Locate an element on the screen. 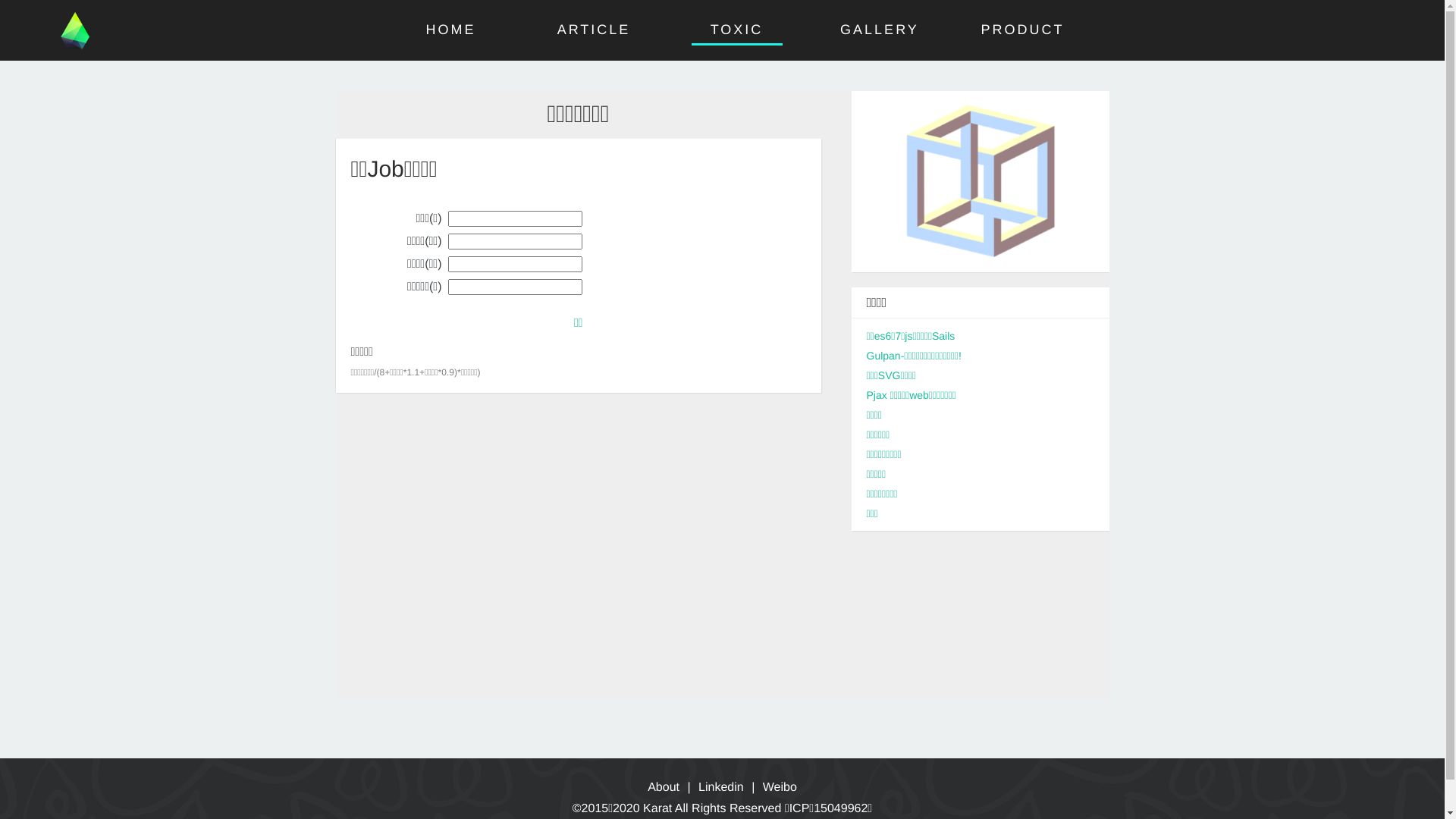  'About' is located at coordinates (648, 786).